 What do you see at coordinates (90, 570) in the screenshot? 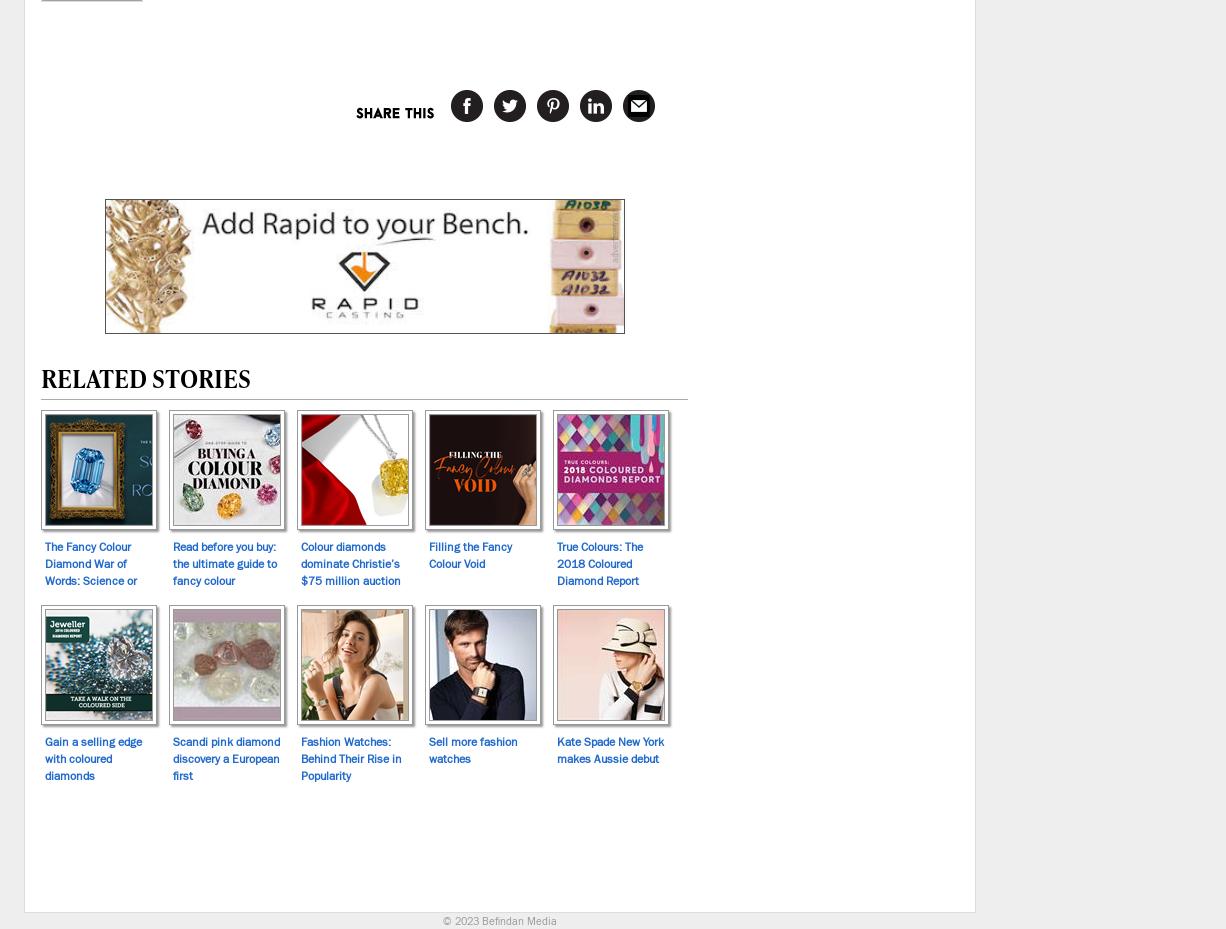
I see `'The Fancy Colour Diamond War of Words: Science or Romance?'` at bounding box center [90, 570].